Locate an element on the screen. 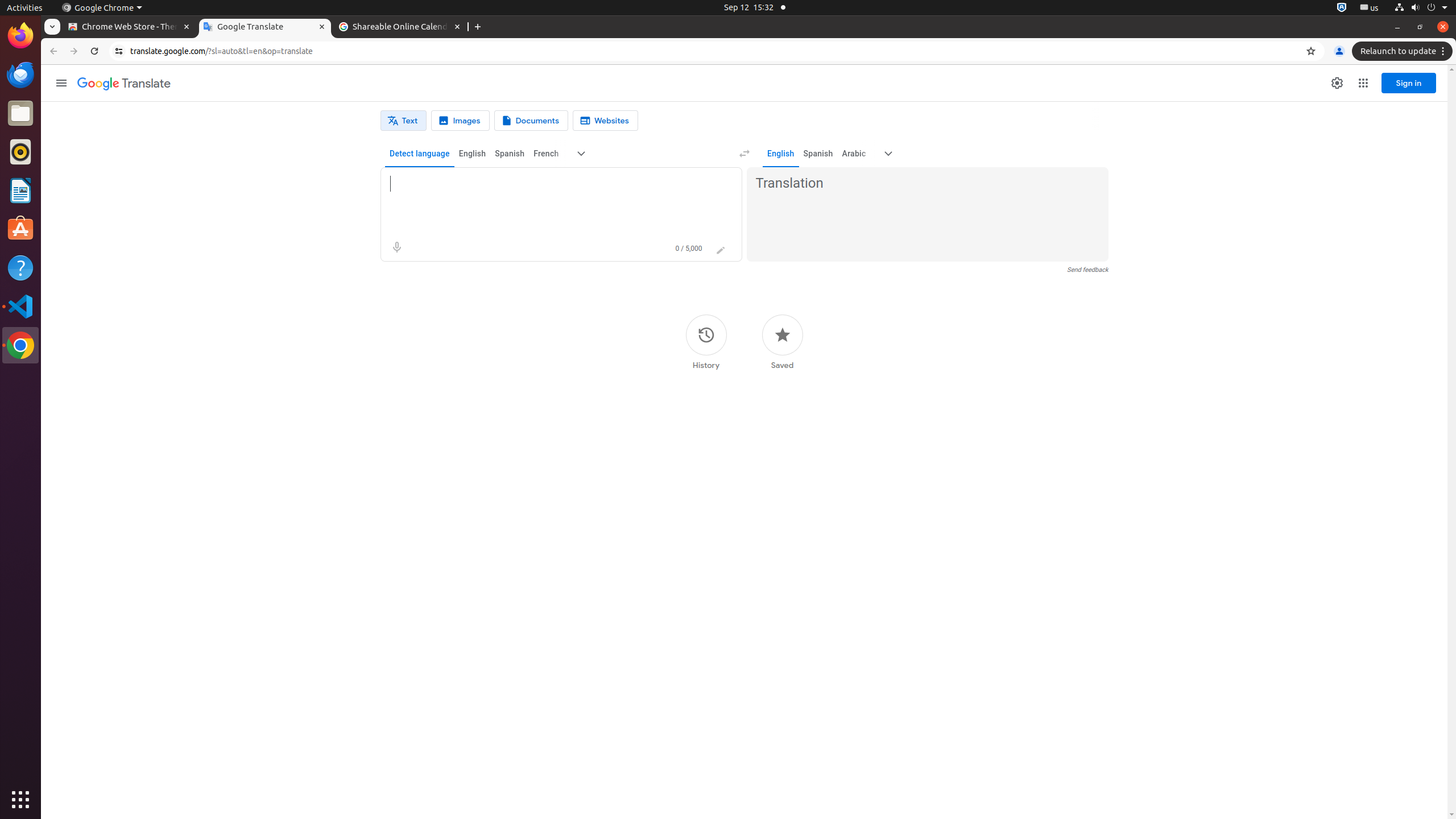 The height and width of the screenshot is (819, 1456). 'Translate by voice' is located at coordinates (396, 247).